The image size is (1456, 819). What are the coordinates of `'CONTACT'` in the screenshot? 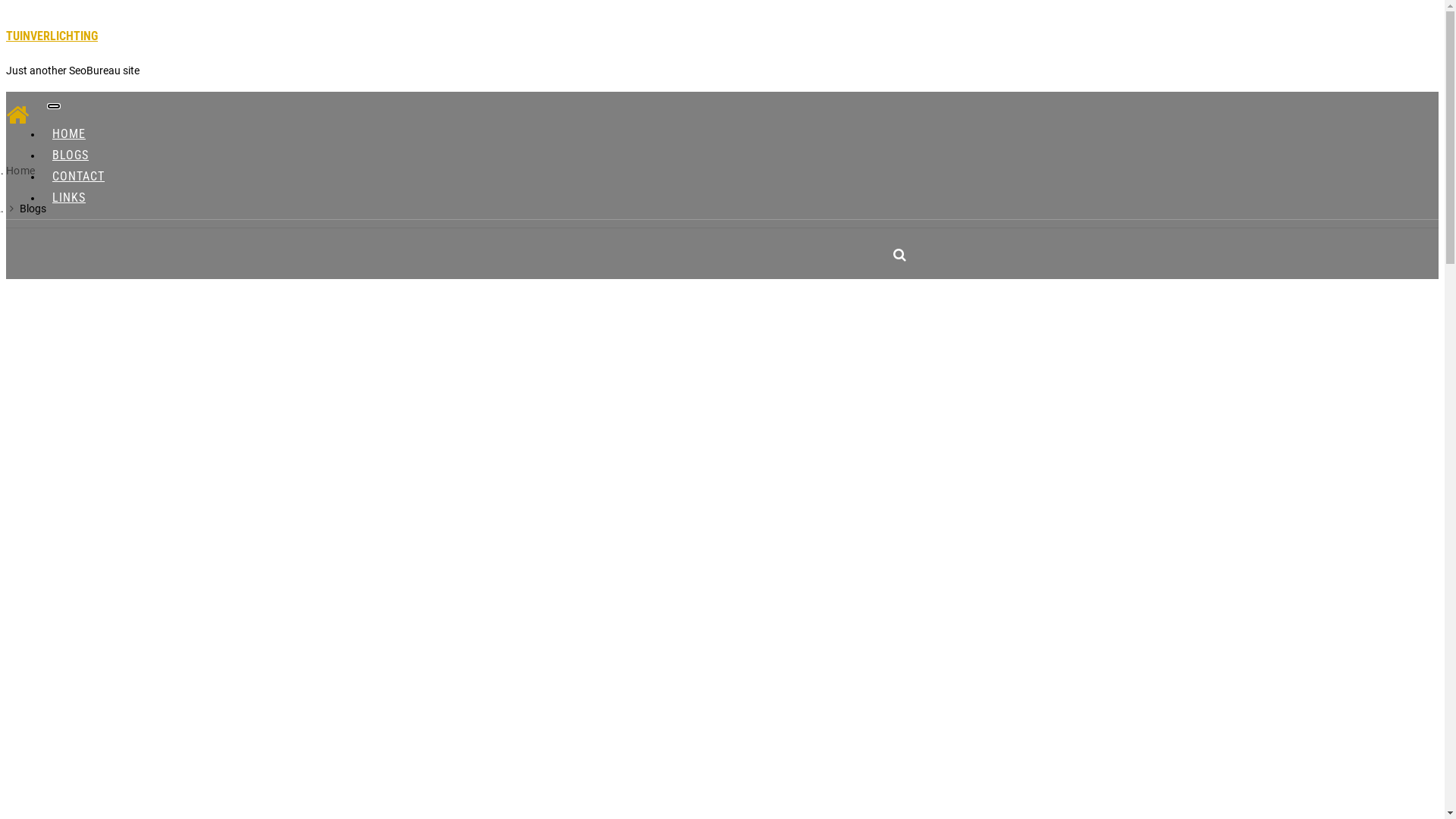 It's located at (77, 175).